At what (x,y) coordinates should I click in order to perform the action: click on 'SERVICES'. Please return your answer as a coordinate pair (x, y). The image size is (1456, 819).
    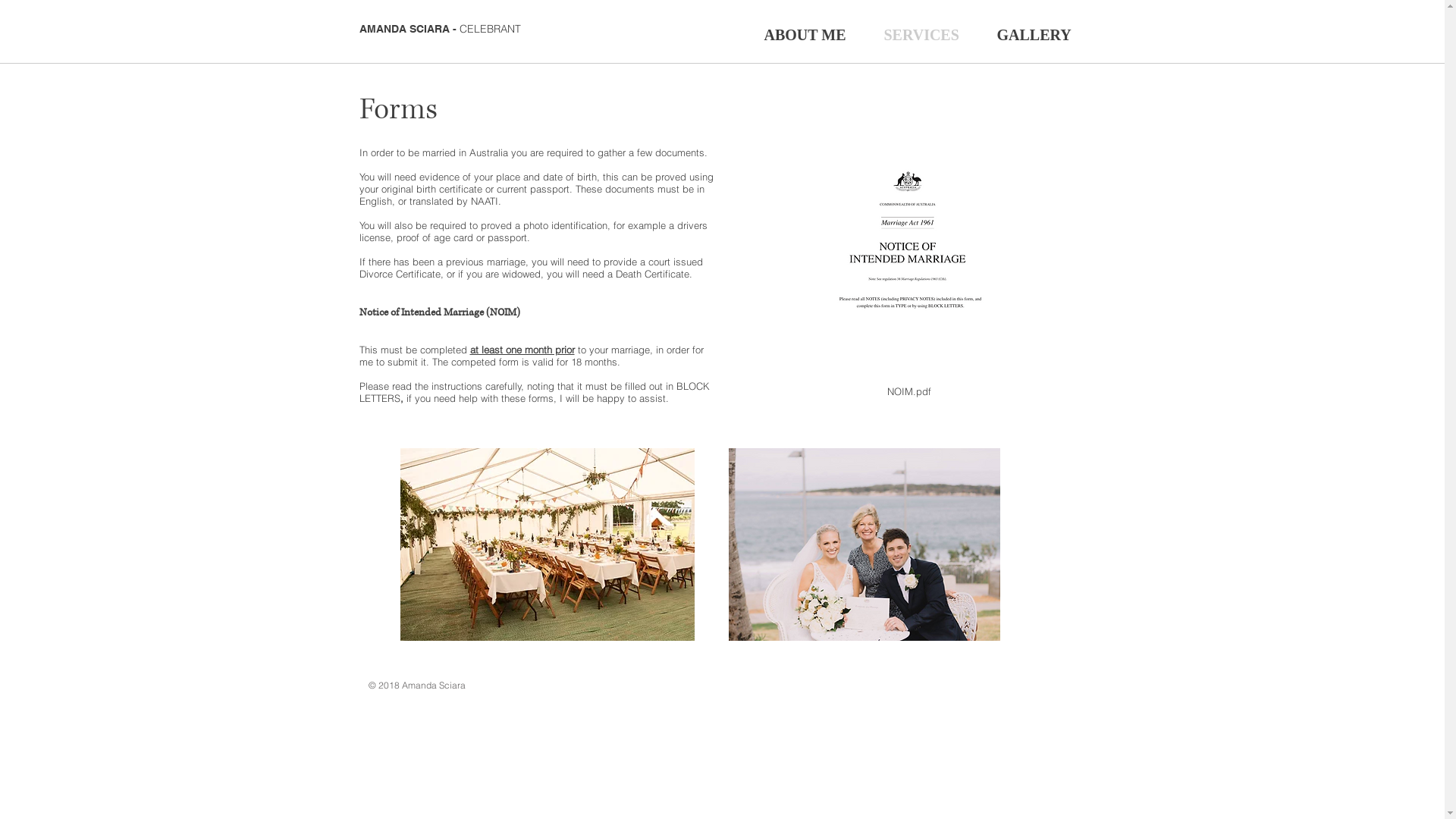
    Looking at the image, I should click on (864, 33).